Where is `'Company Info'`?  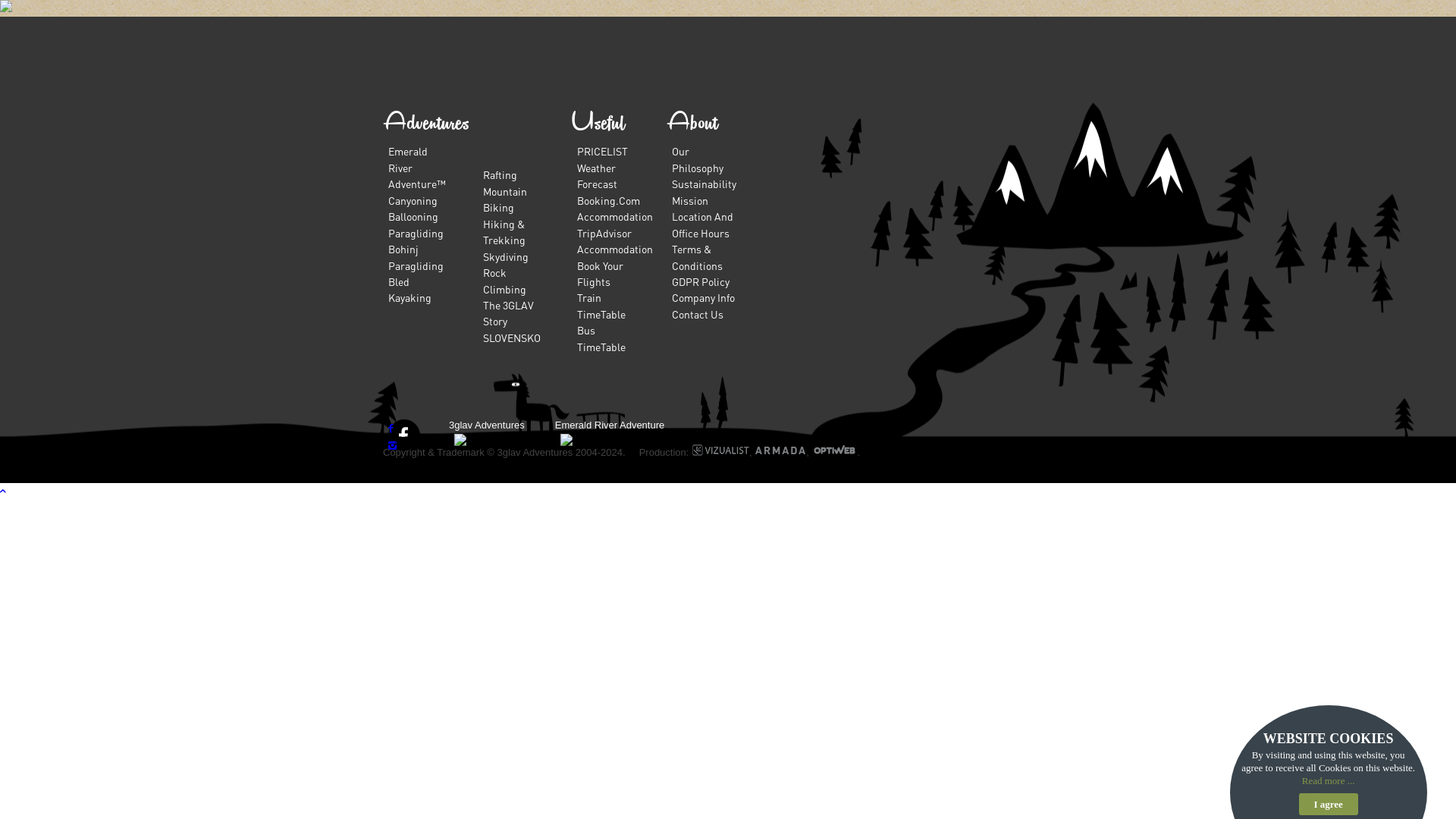
'Company Info' is located at coordinates (671, 297).